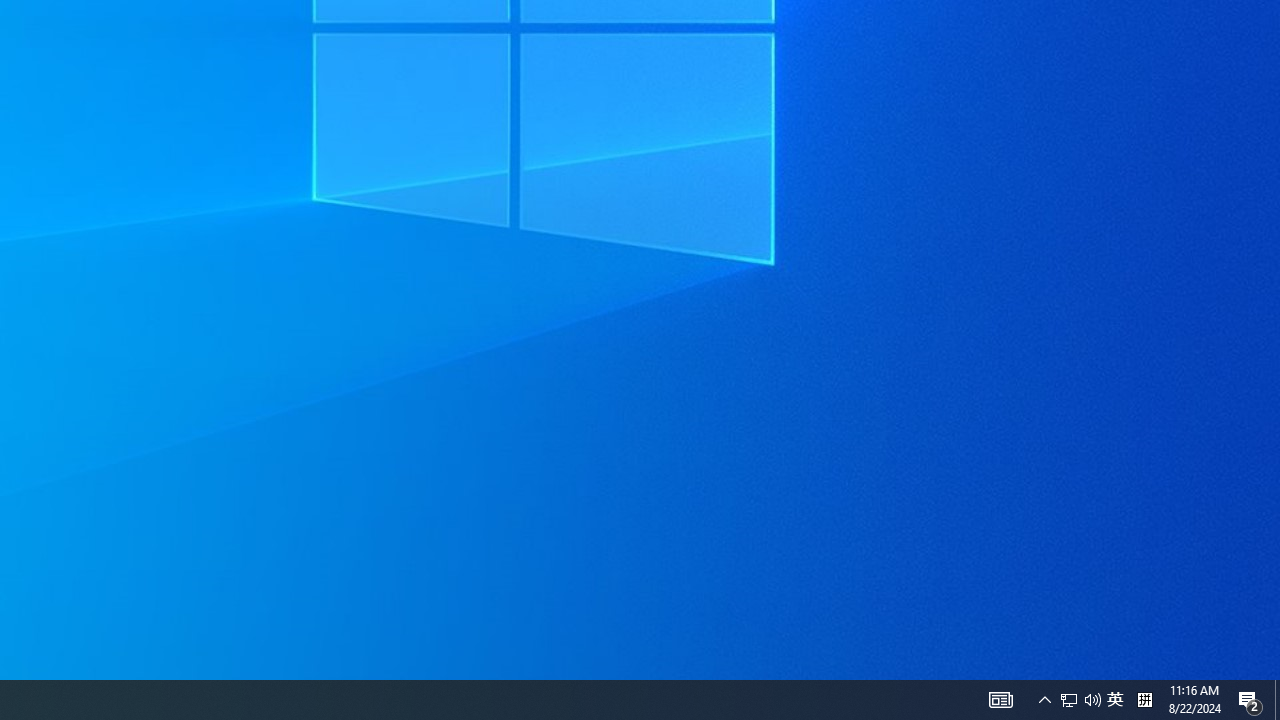  I want to click on 'Q2790: 100%', so click(1092, 698).